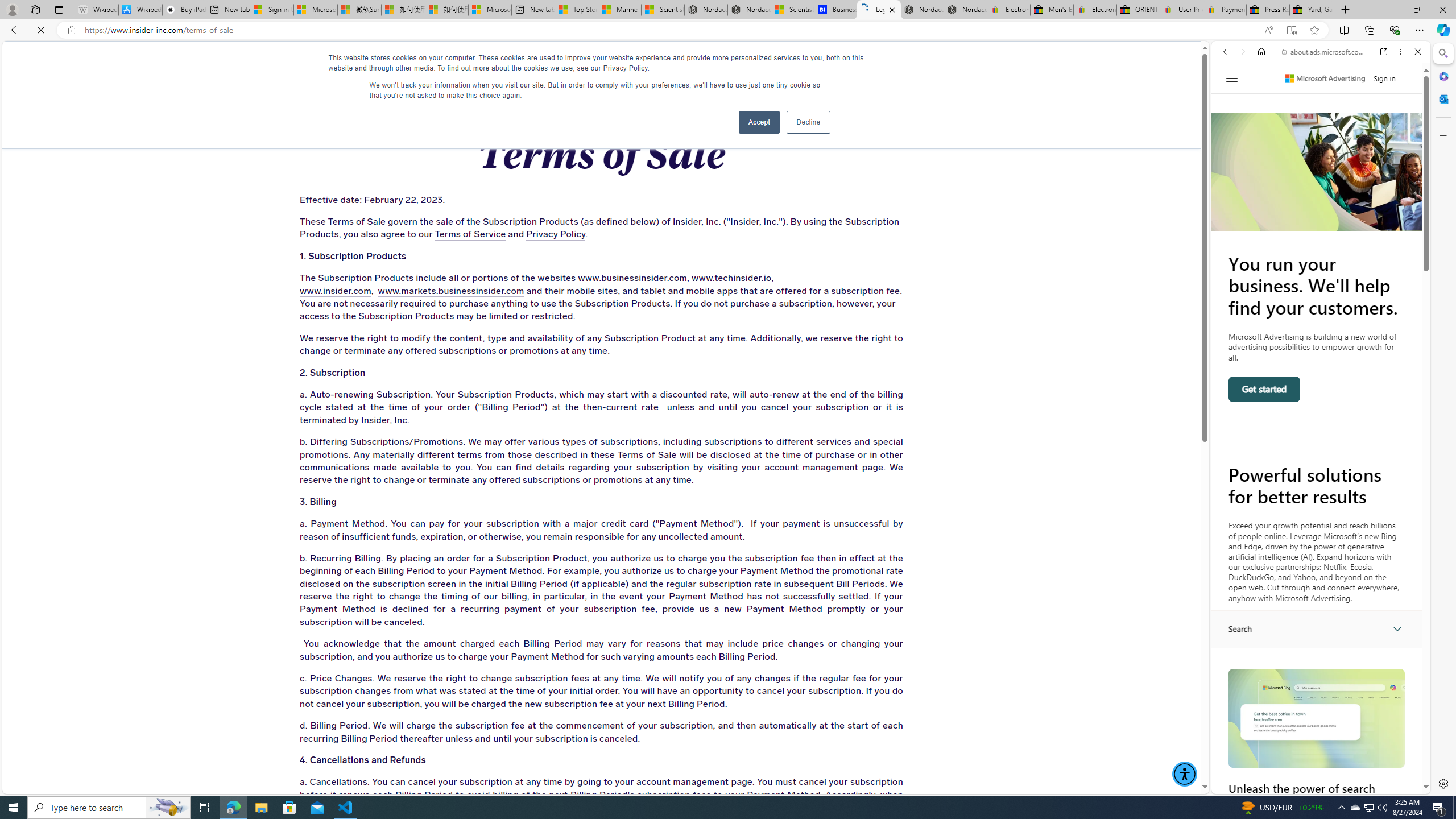 The width and height of the screenshot is (1456, 819). What do you see at coordinates (689, 278) in the screenshot?
I see `'www.techinsider.io'` at bounding box center [689, 278].